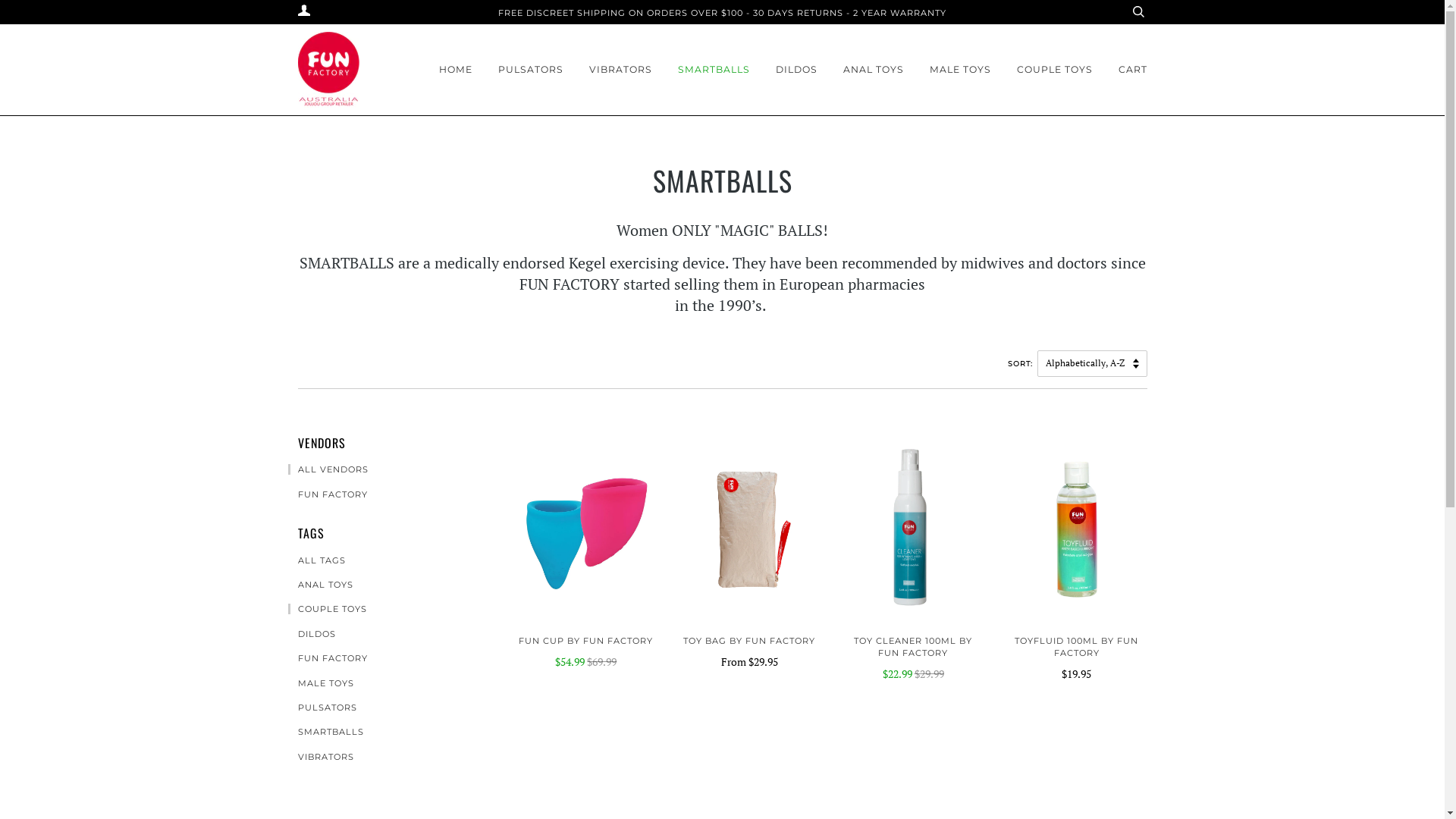  What do you see at coordinates (1076, 657) in the screenshot?
I see `'TOYFLUID 100ML BY FUN FACTORY` at bounding box center [1076, 657].